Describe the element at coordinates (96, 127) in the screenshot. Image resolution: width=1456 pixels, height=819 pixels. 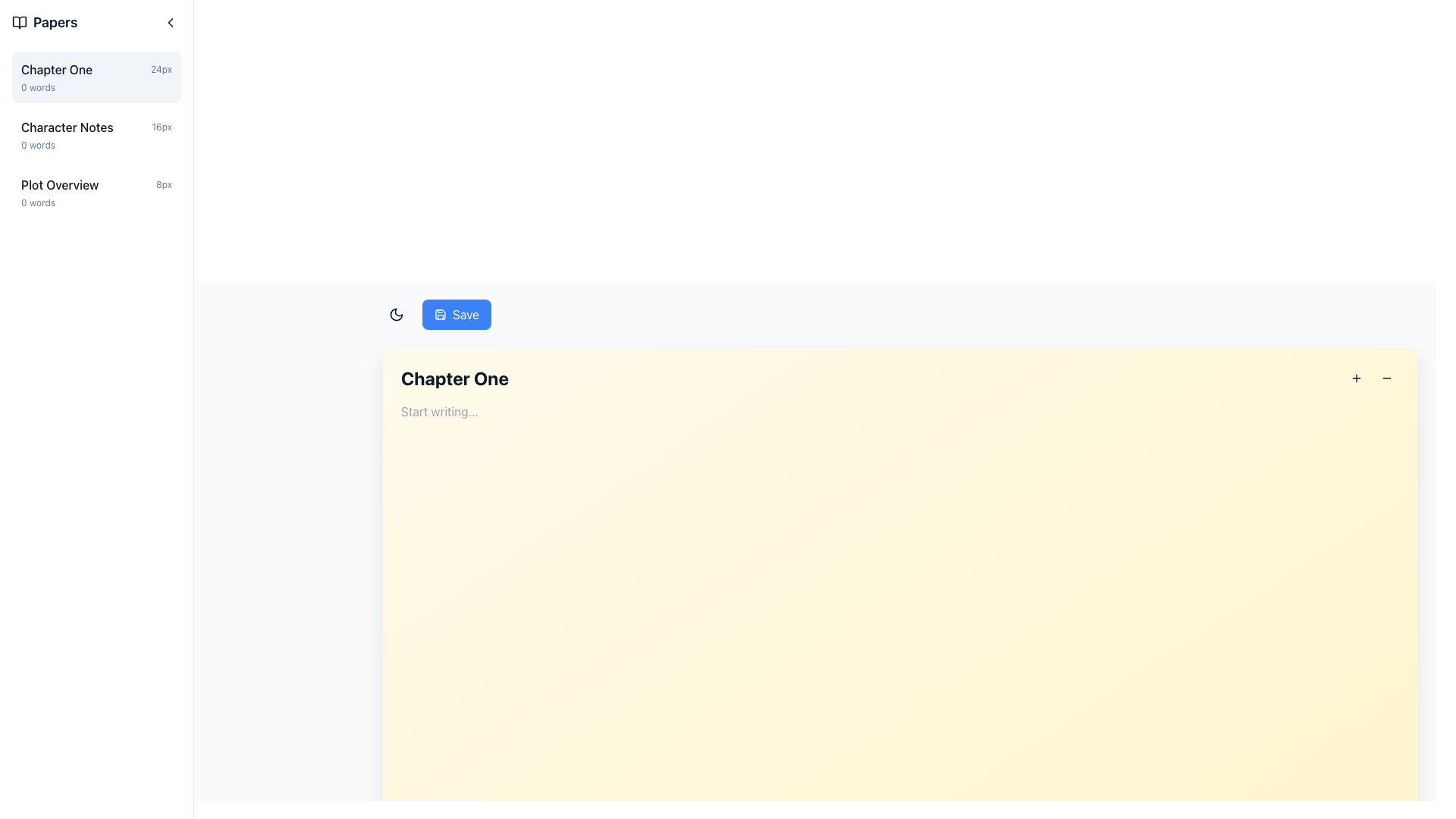
I see `the 'Character Notes' element in the left sidebar, which is the second item below 'Chapter One' and above 'Plot Overview'` at that location.